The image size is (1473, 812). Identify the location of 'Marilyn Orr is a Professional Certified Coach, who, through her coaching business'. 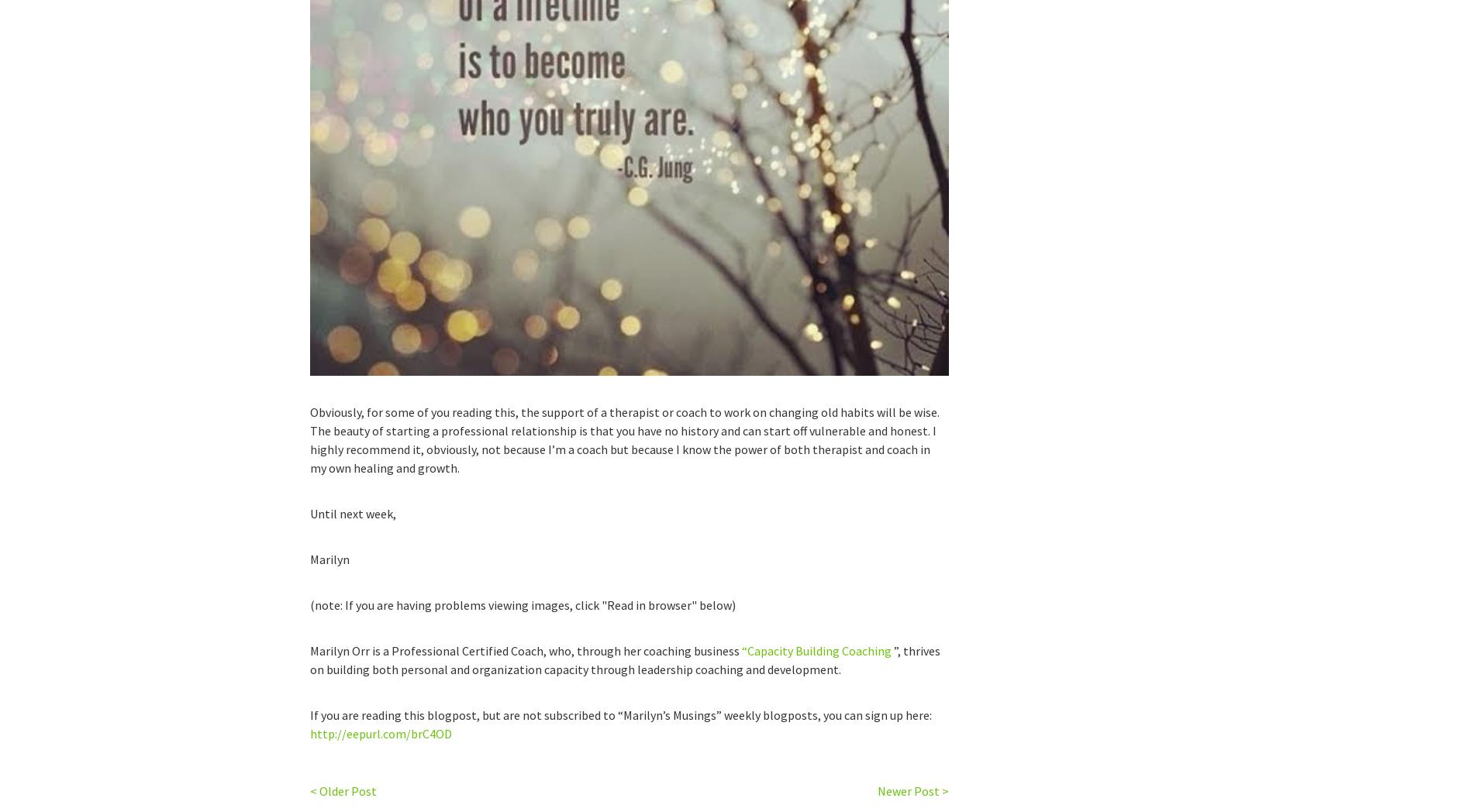
(526, 650).